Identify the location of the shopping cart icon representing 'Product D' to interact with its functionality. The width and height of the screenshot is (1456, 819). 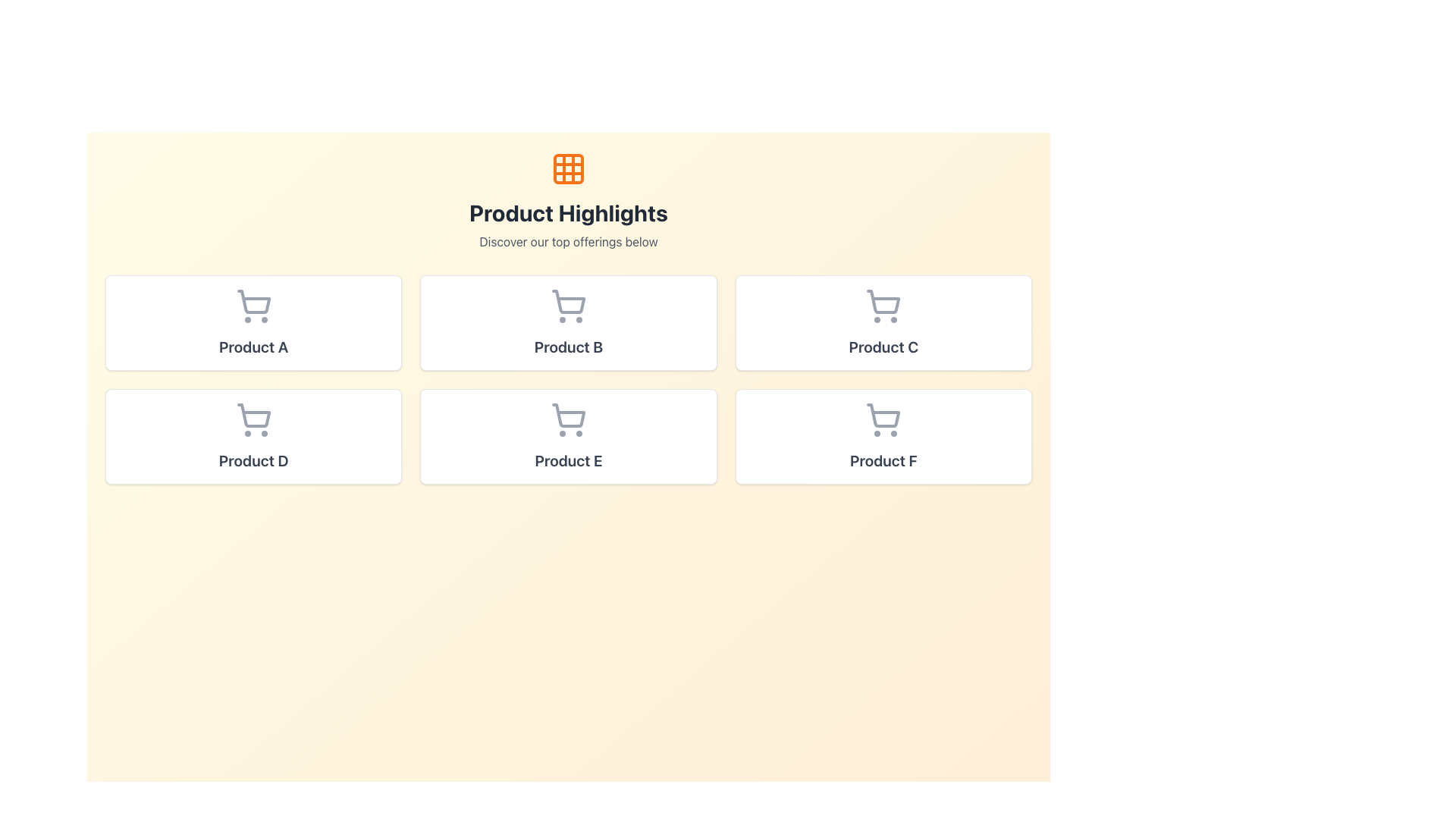
(253, 416).